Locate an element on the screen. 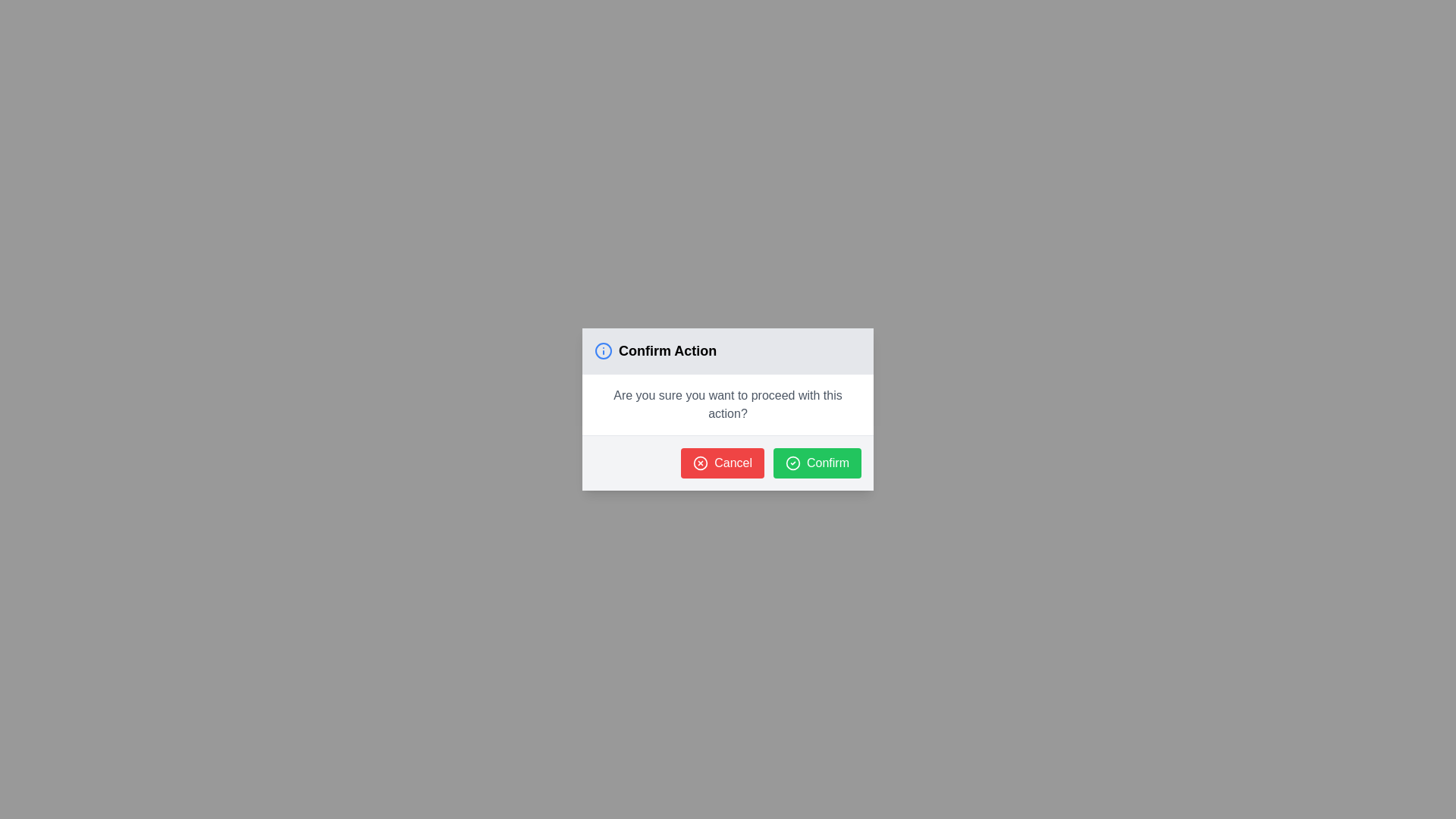  the cancel button located at the bottom-right section of the modal dialog, immediately is located at coordinates (722, 462).